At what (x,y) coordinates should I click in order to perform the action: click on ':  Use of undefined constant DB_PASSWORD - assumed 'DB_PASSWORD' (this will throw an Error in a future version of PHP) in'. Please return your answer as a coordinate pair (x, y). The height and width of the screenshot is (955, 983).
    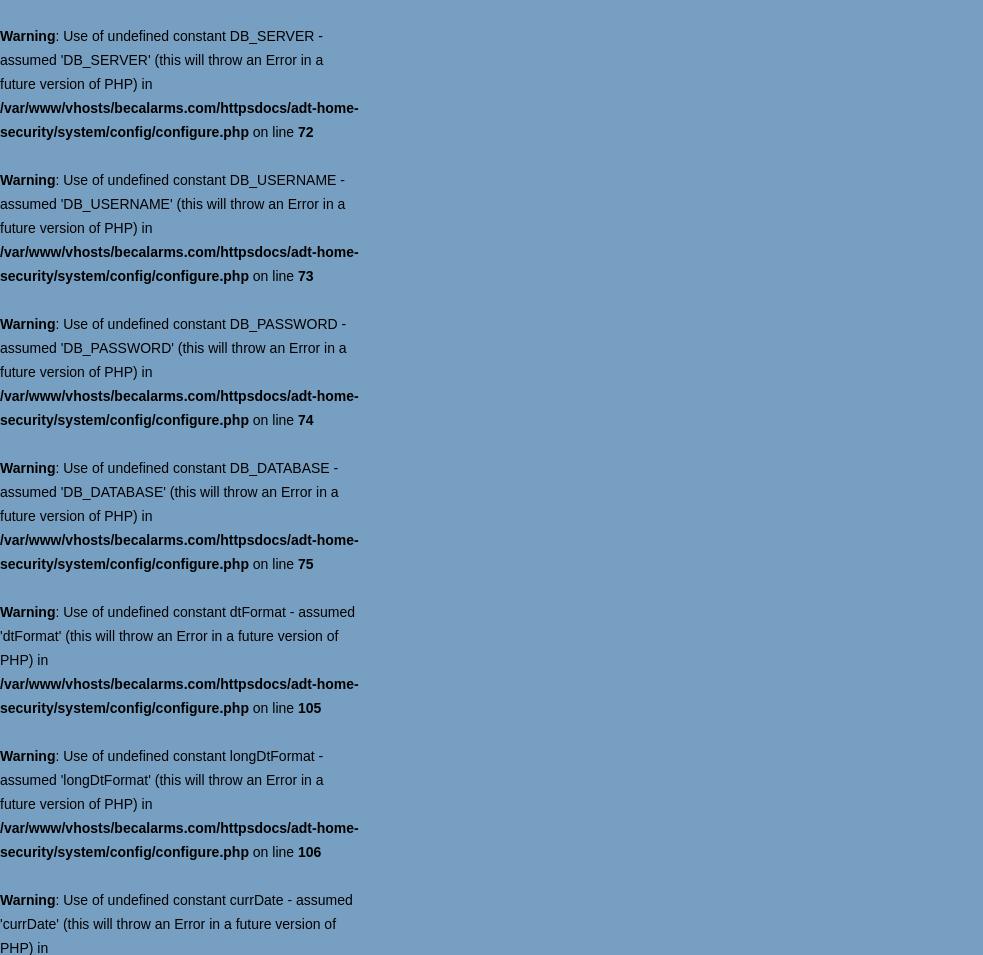
    Looking at the image, I should click on (173, 347).